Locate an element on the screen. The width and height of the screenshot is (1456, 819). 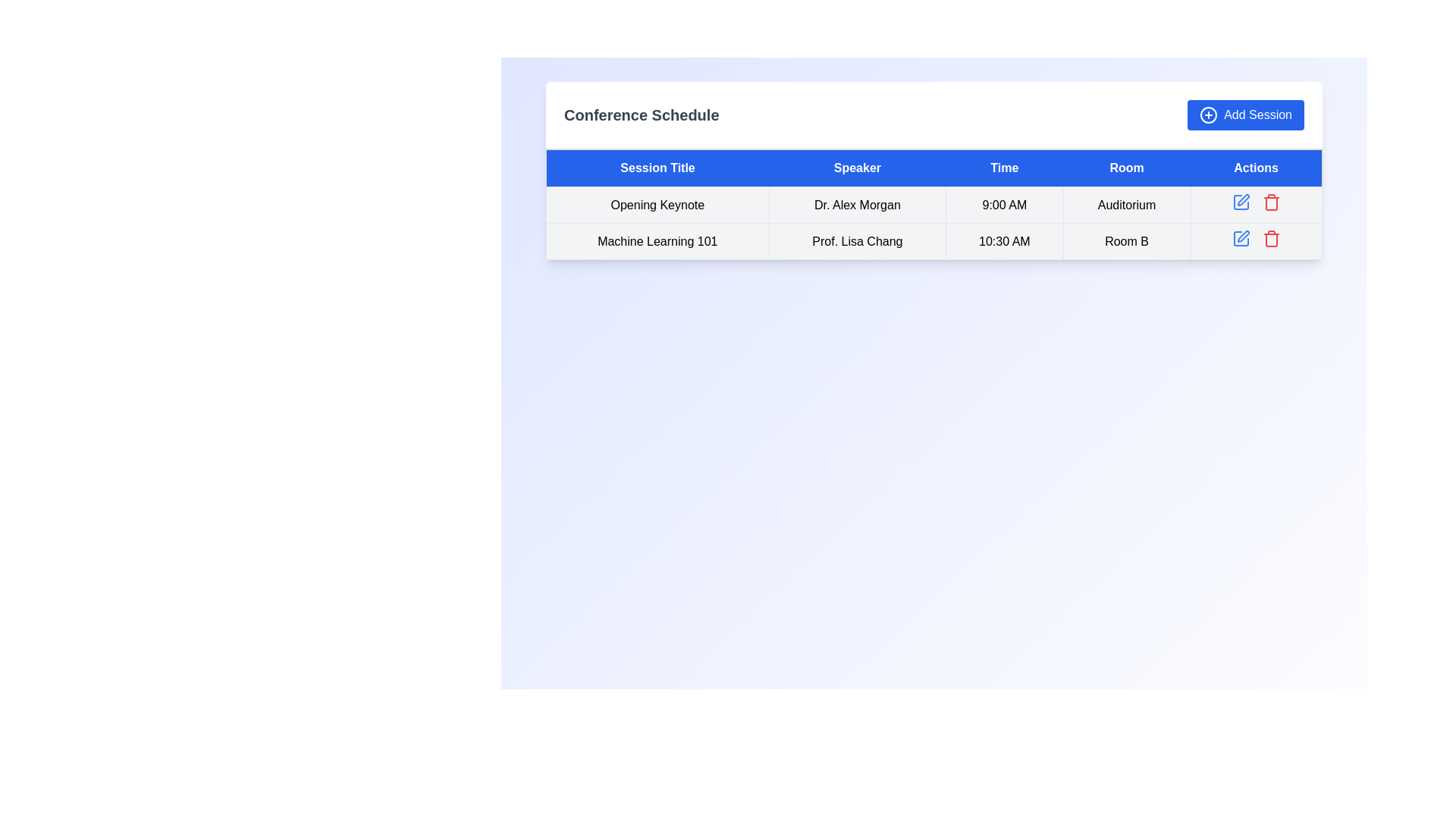
the text label that details the title of a session or event, located in the second row under the 'Session Title' header, aligned with 'Prof. Lisa Chang' in the 'Speaker' column is located at coordinates (657, 240).